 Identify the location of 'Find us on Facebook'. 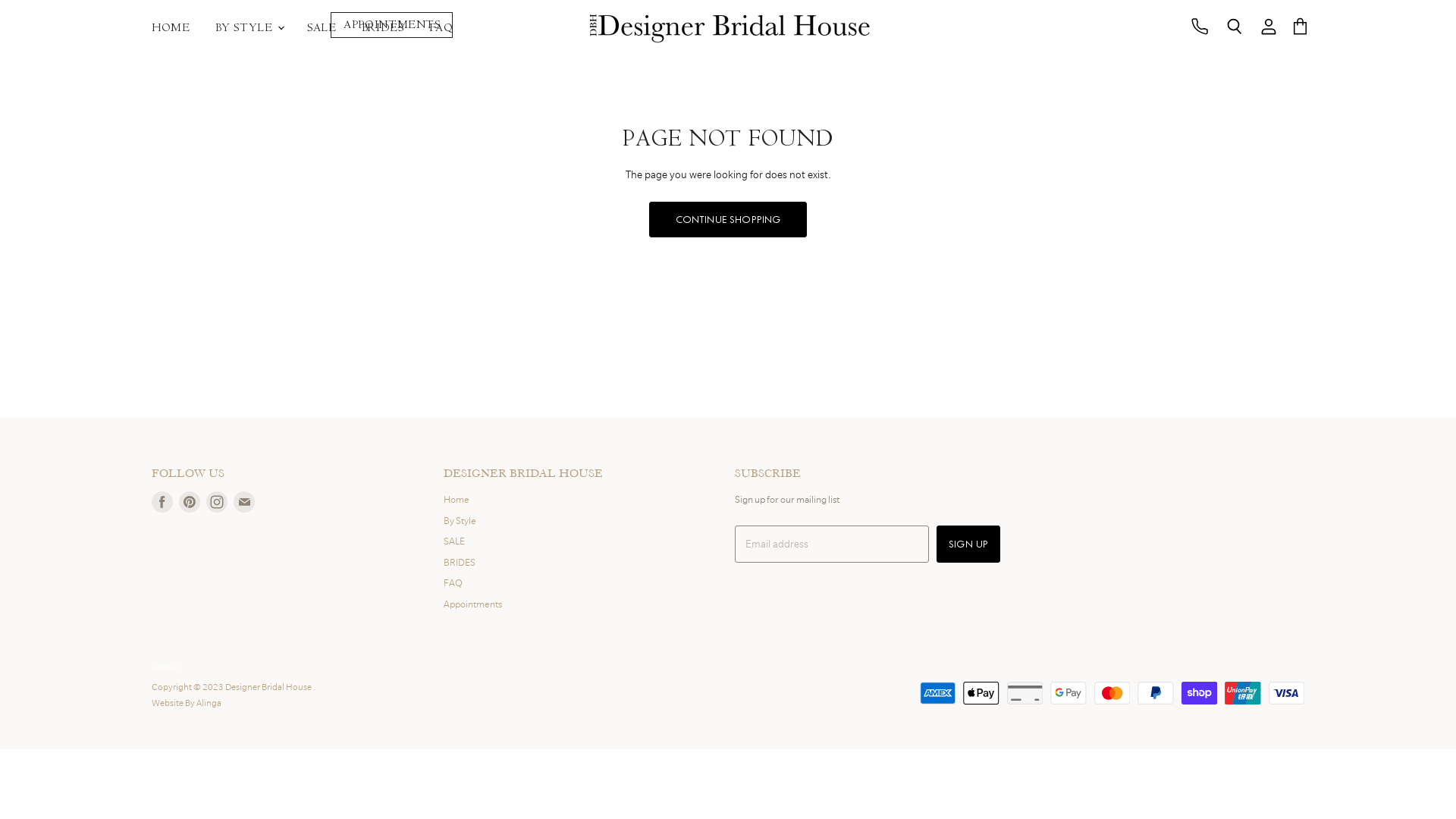
(162, 502).